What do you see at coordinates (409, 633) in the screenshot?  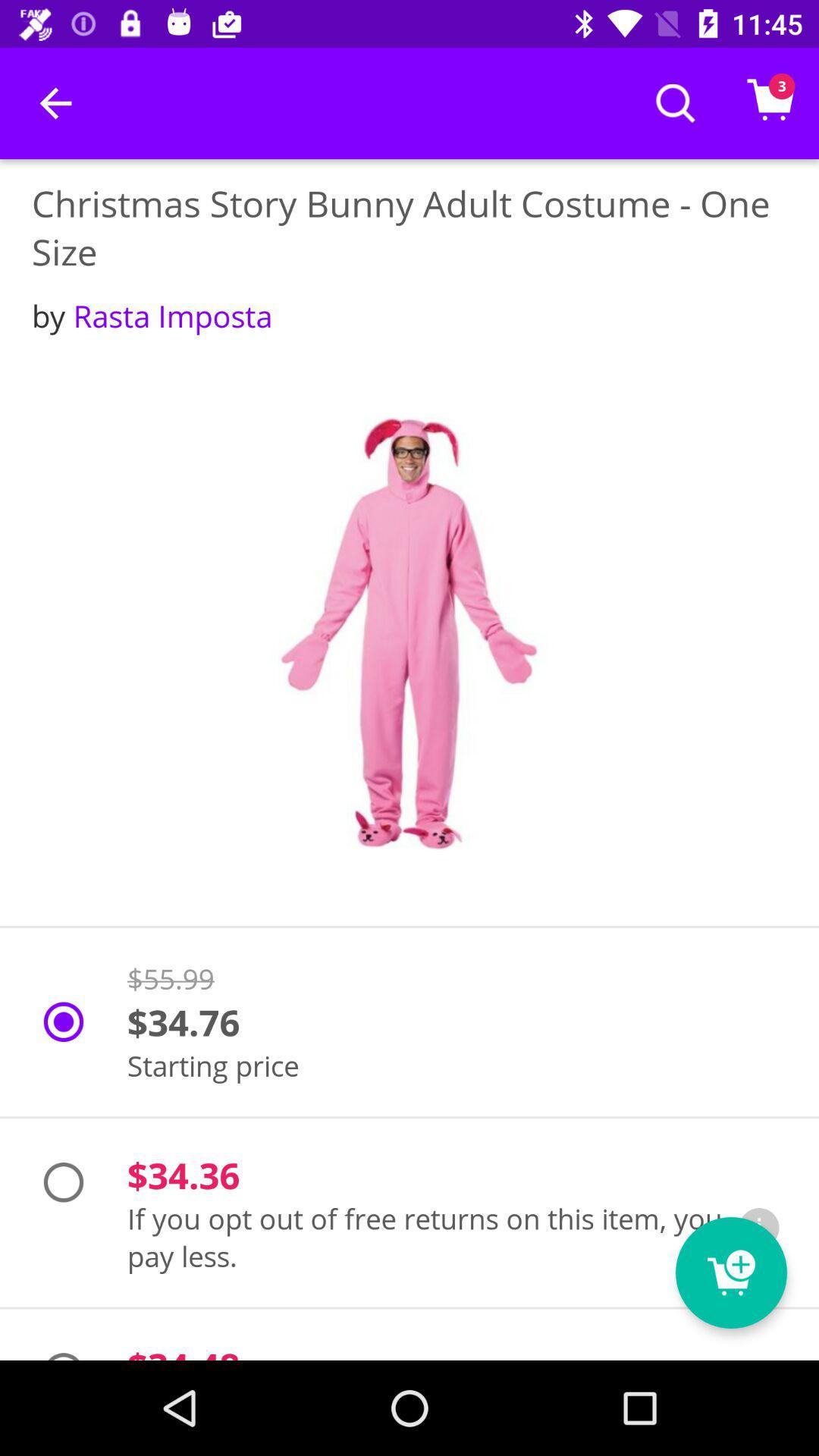 I see `item below the by rasta imposta` at bounding box center [409, 633].